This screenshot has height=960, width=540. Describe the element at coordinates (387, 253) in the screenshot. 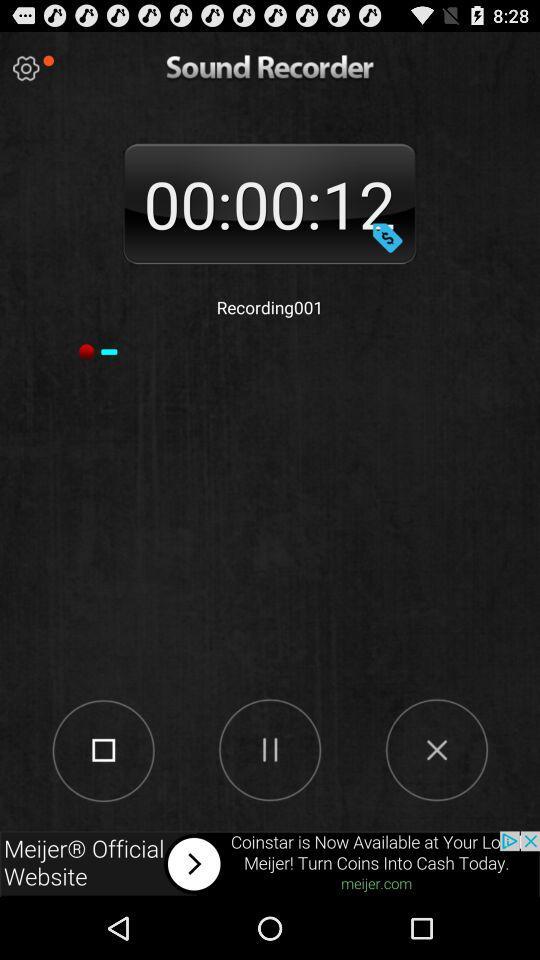

I see `the label icon` at that location.